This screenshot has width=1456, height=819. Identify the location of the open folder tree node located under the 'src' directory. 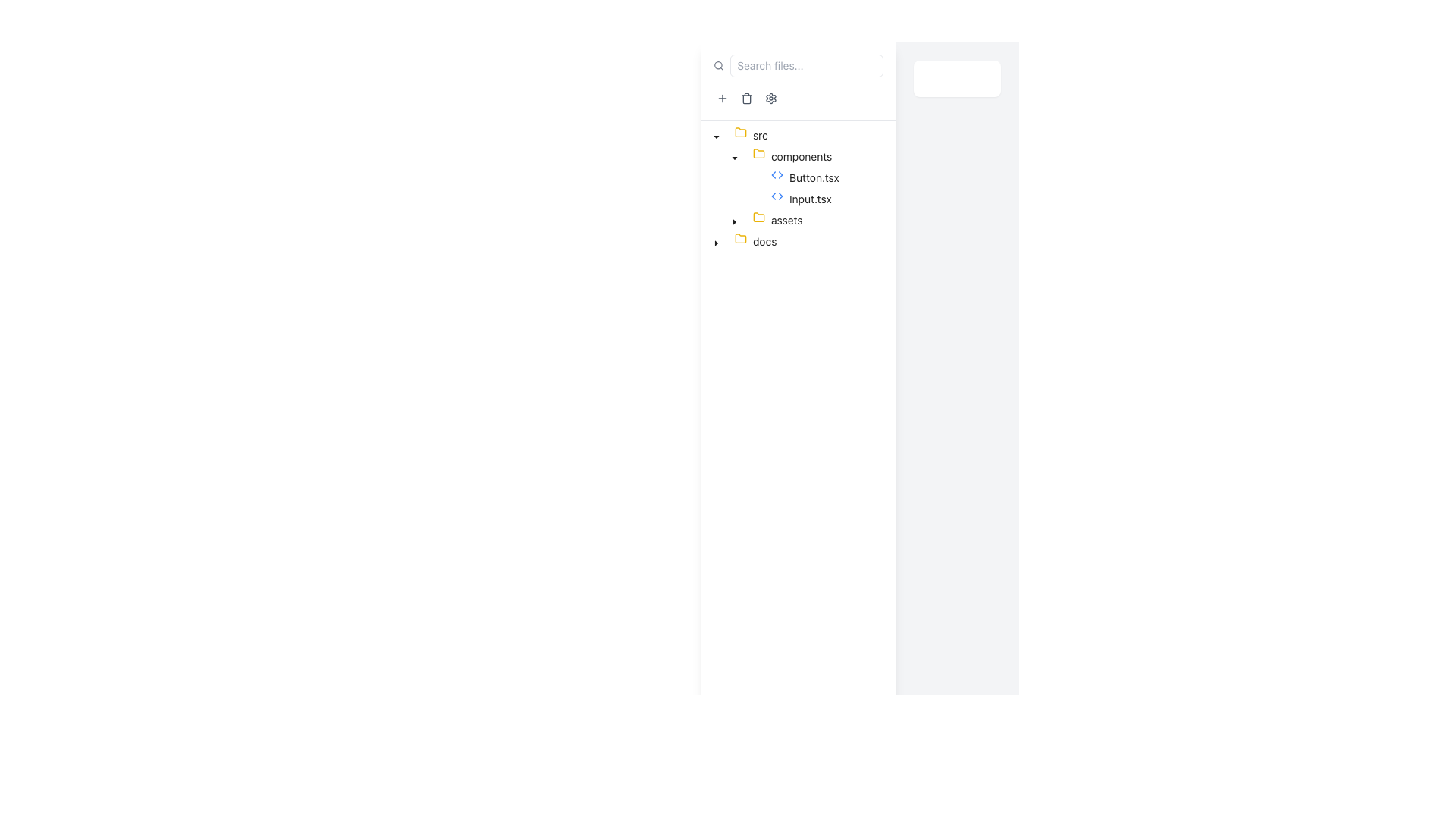
(792, 157).